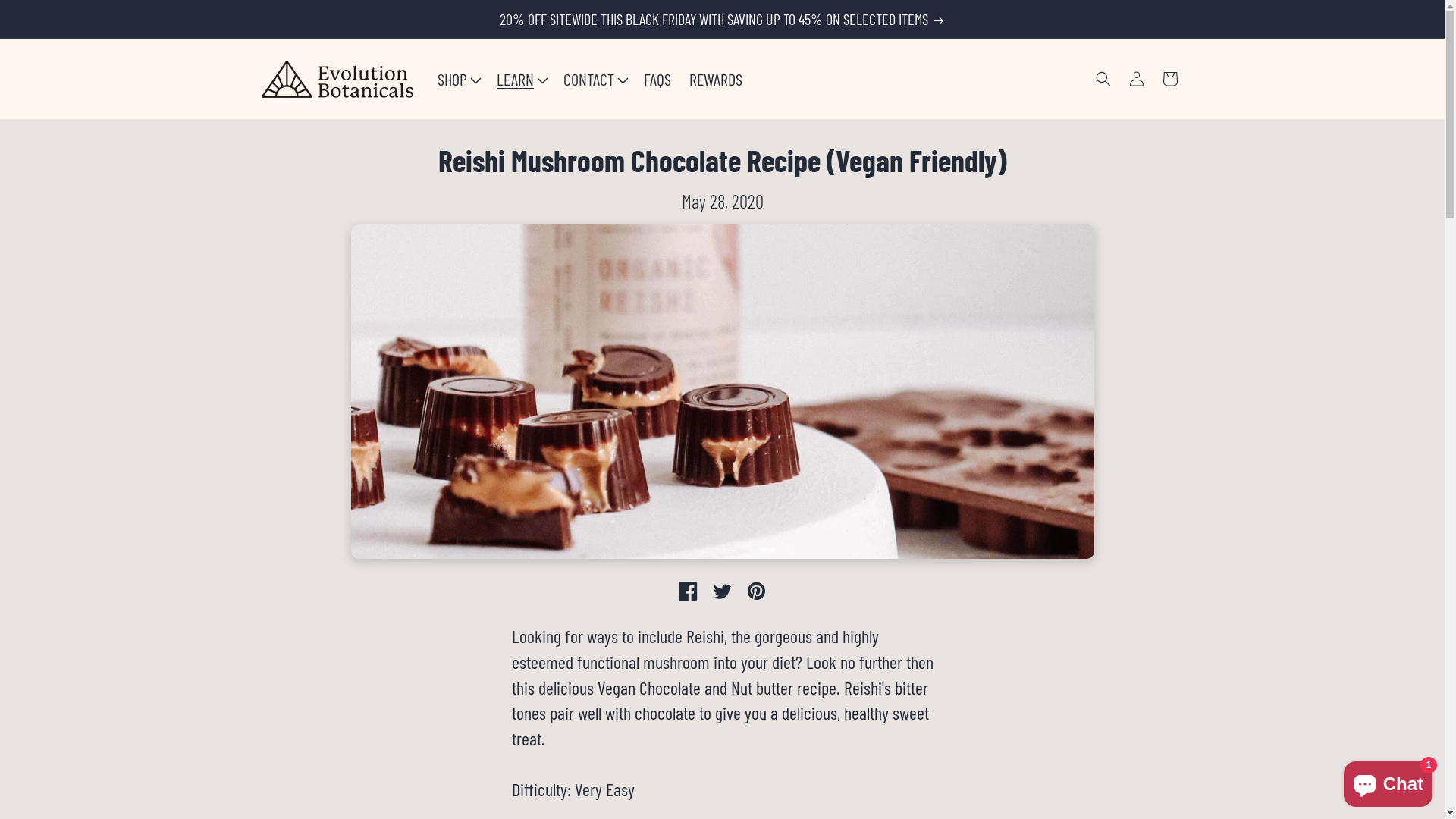  Describe the element at coordinates (1388, 780) in the screenshot. I see `'Shopify online store chat'` at that location.